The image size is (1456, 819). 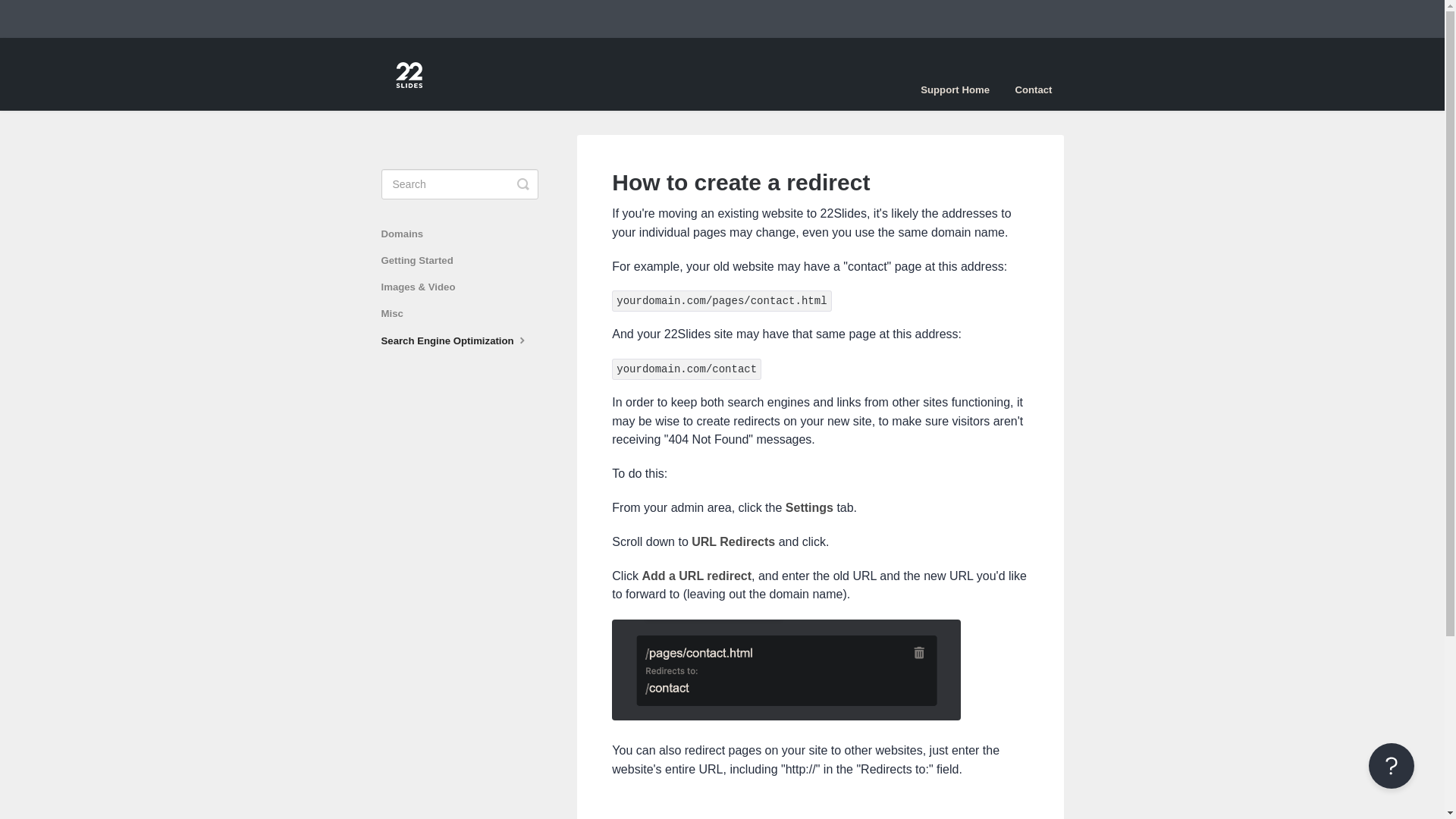 I want to click on 'Search Engine Optimization', so click(x=460, y=340).